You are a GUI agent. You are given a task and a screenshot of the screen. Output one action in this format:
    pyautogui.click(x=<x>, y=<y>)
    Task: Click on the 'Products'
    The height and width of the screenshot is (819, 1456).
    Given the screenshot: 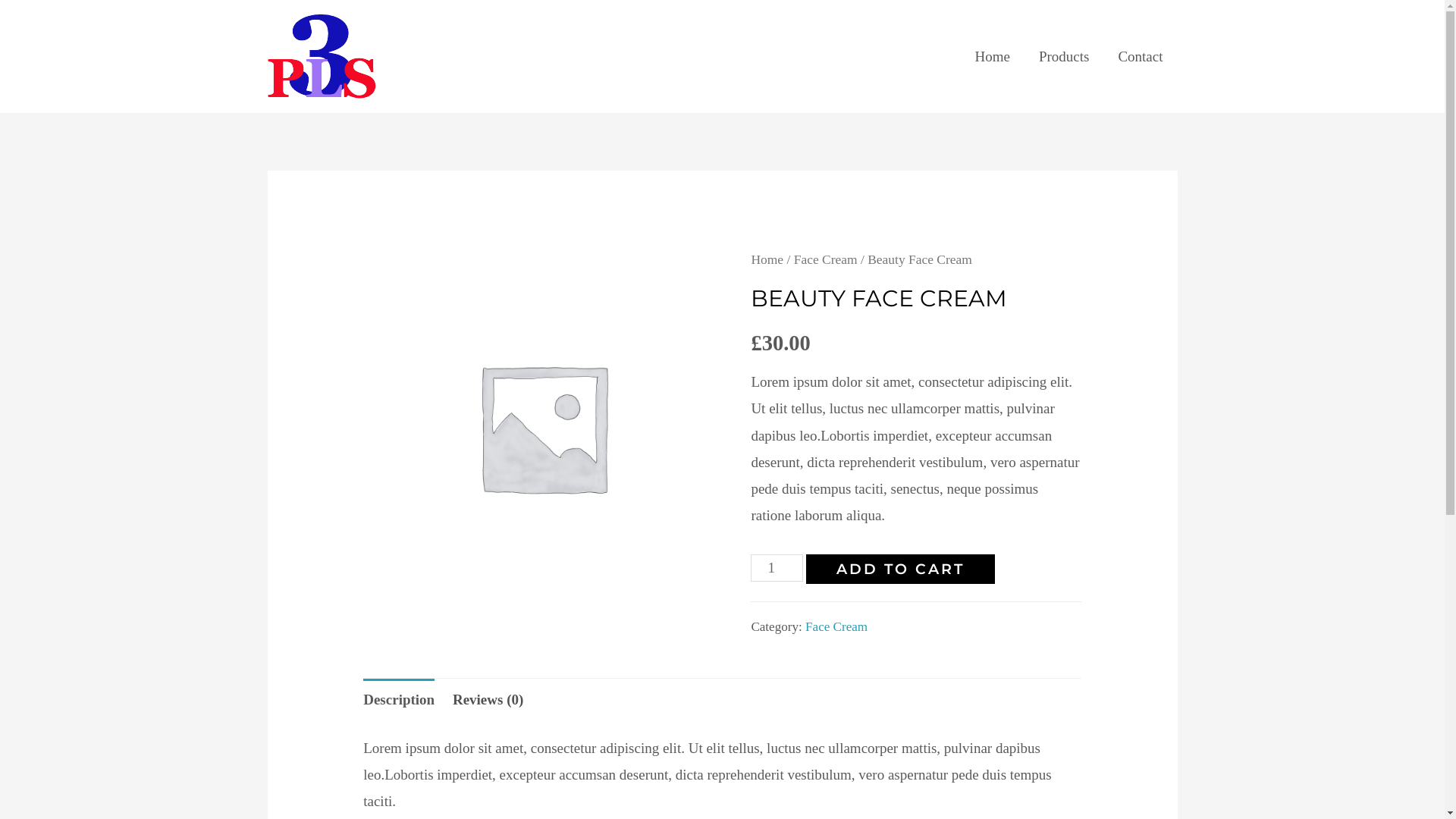 What is the action you would take?
    pyautogui.click(x=1063, y=55)
    